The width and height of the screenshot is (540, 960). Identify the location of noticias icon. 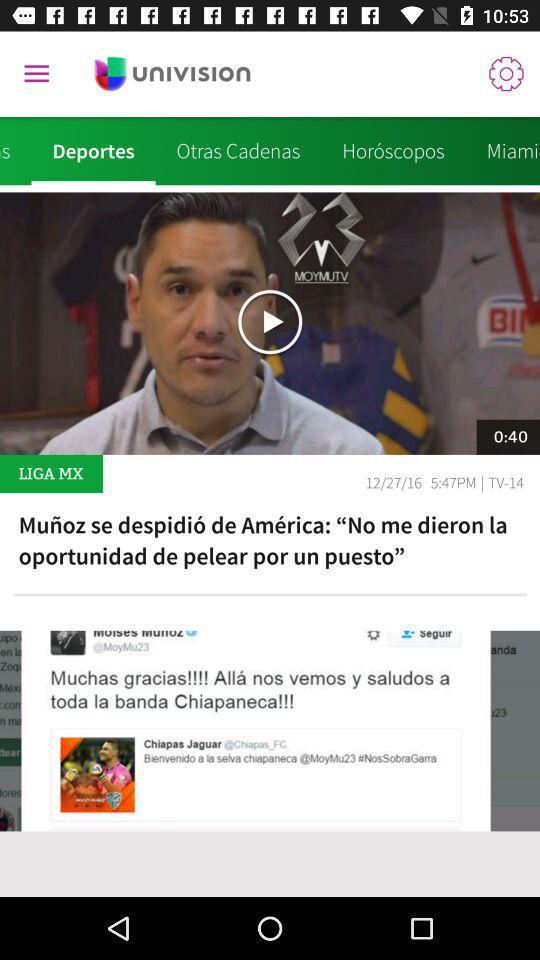
(14, 150).